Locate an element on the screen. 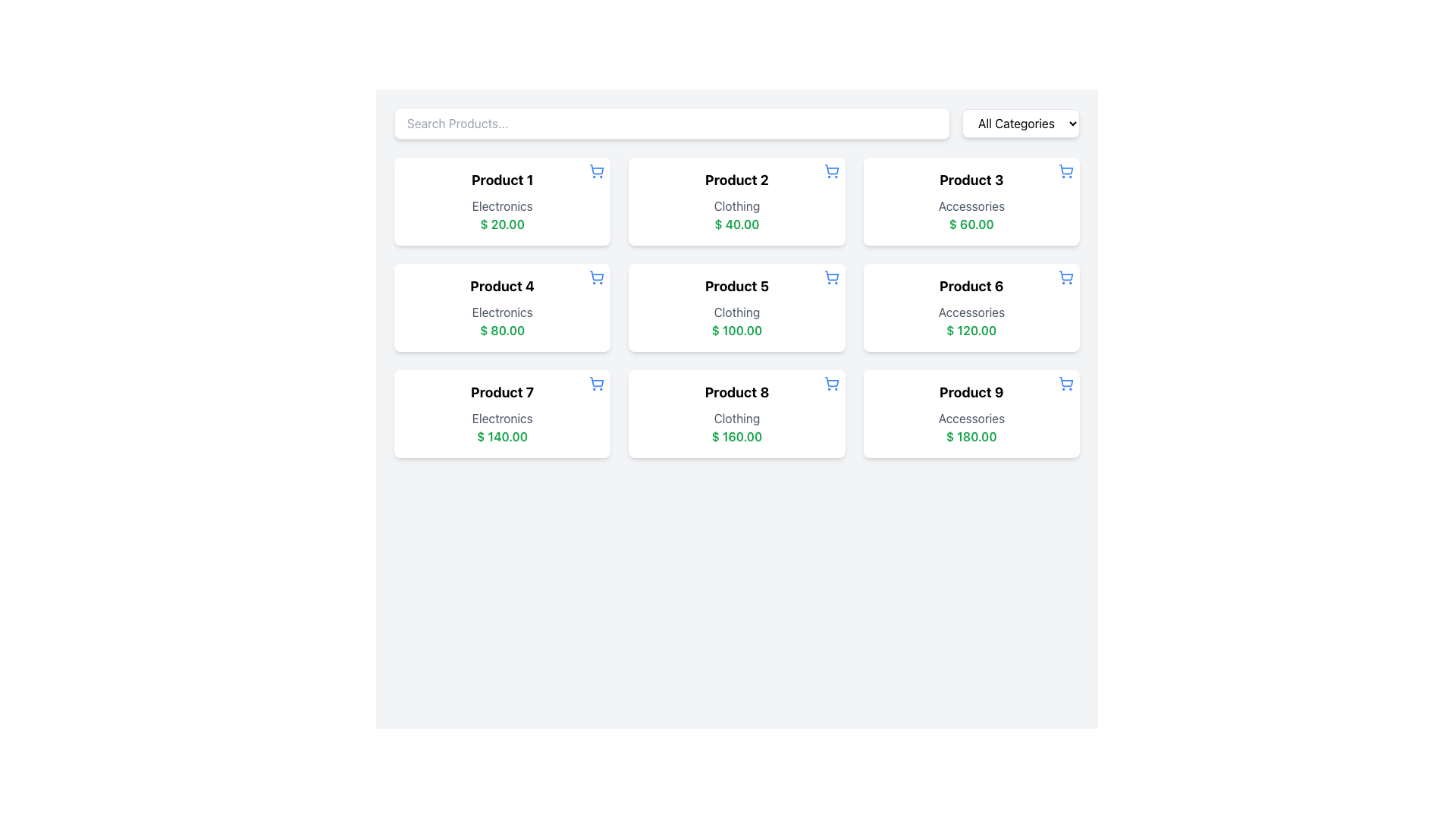 Image resolution: width=1456 pixels, height=819 pixels. the blue shopping cart icon button located at the top-right corner of the 'Product 3' card is located at coordinates (1065, 171).